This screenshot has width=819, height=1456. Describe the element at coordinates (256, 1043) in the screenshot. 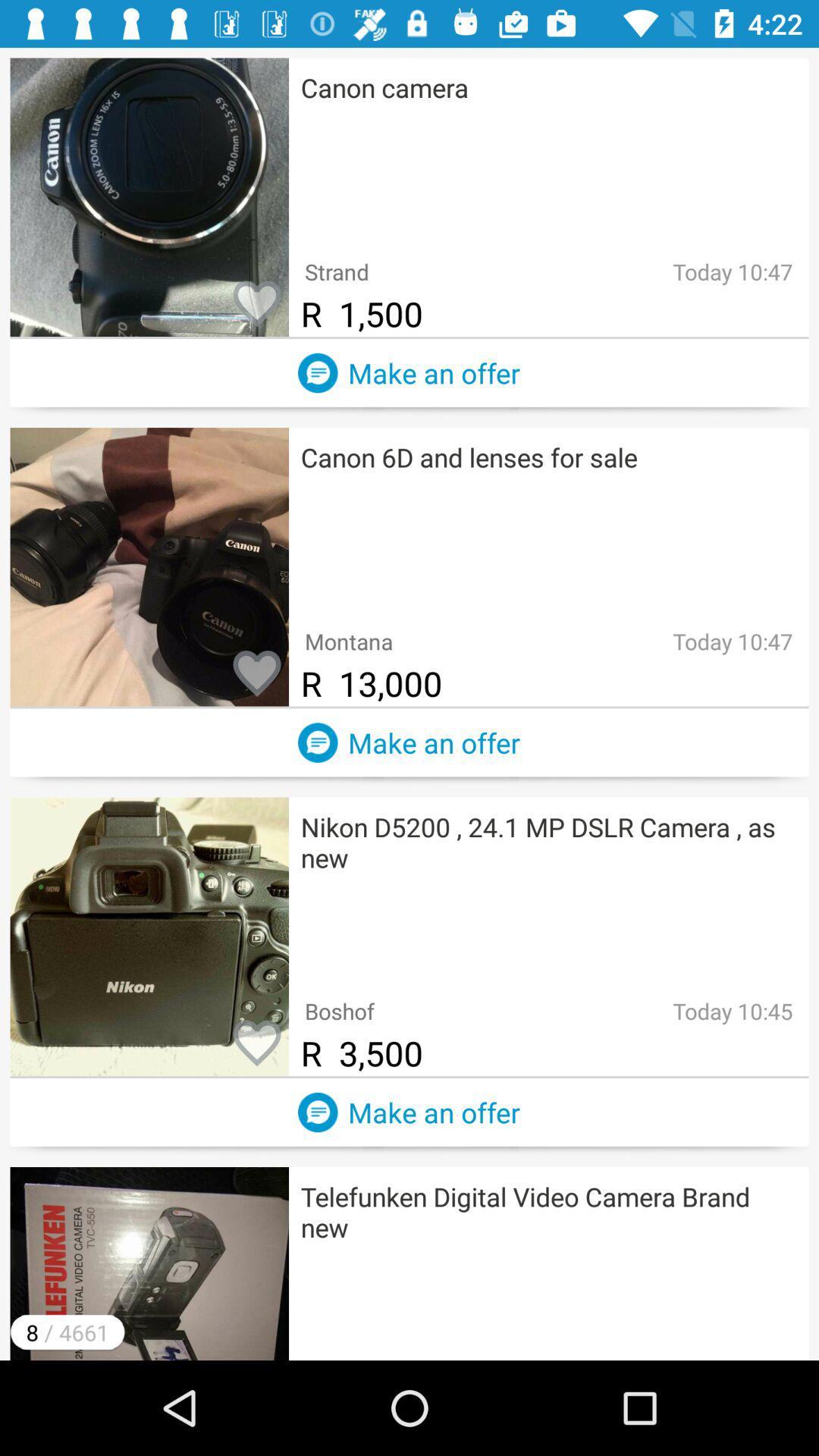

I see `favorite` at that location.